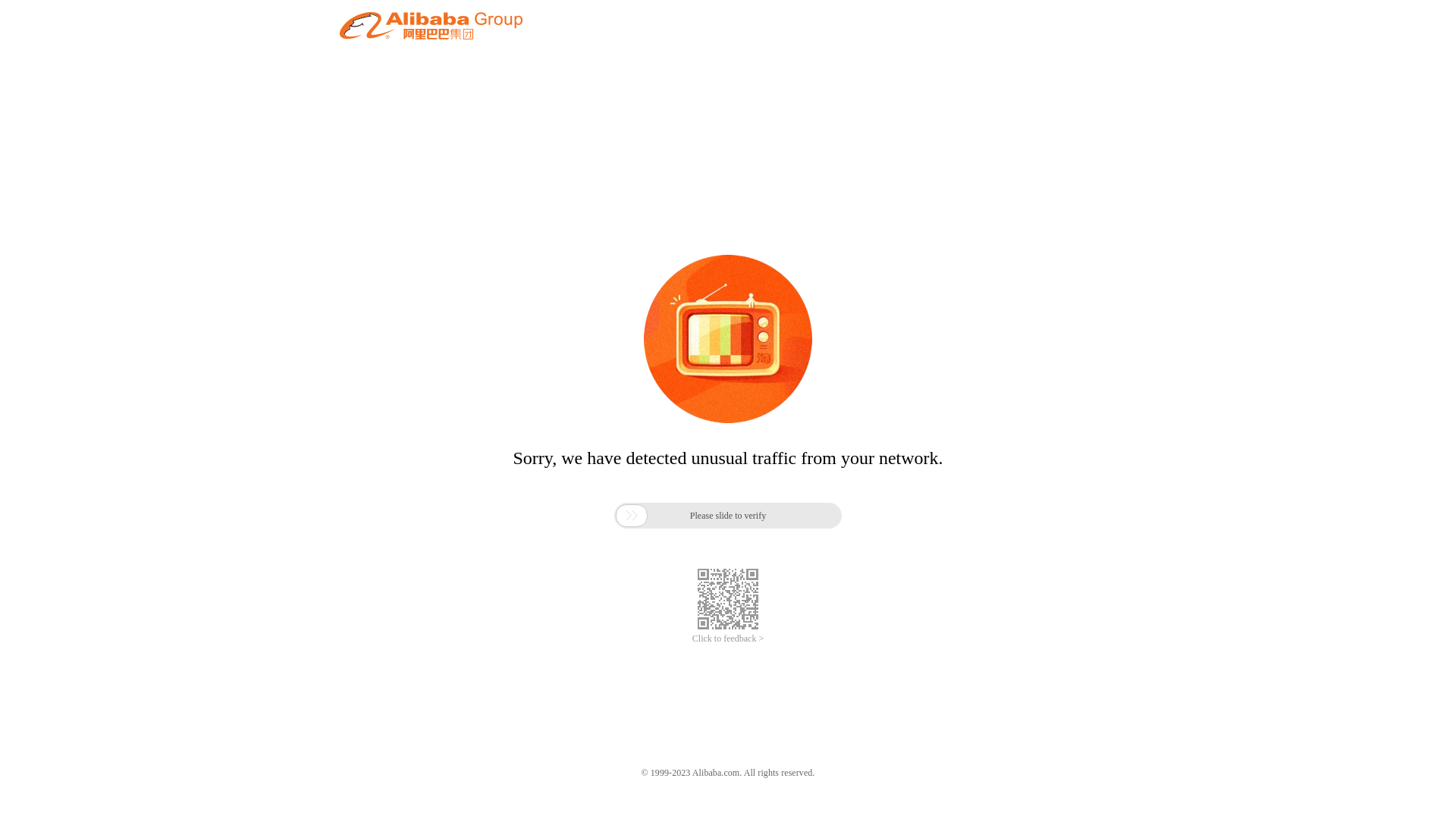 This screenshot has height=819, width=1456. What do you see at coordinates (728, 639) in the screenshot?
I see `'Click to feedback >'` at bounding box center [728, 639].